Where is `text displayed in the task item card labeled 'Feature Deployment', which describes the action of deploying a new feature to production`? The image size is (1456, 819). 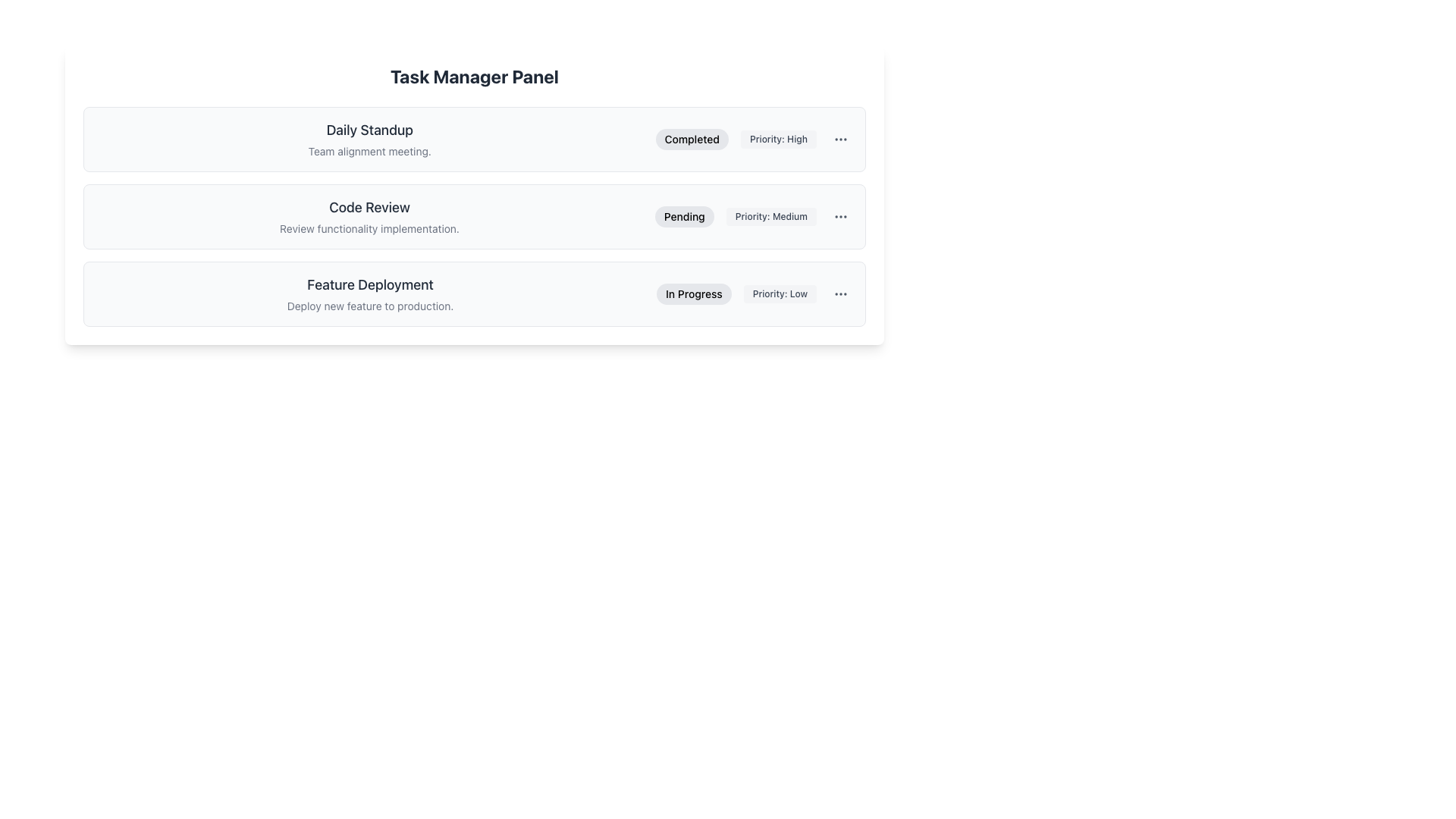
text displayed in the task item card labeled 'Feature Deployment', which describes the action of deploying a new feature to production is located at coordinates (370, 294).